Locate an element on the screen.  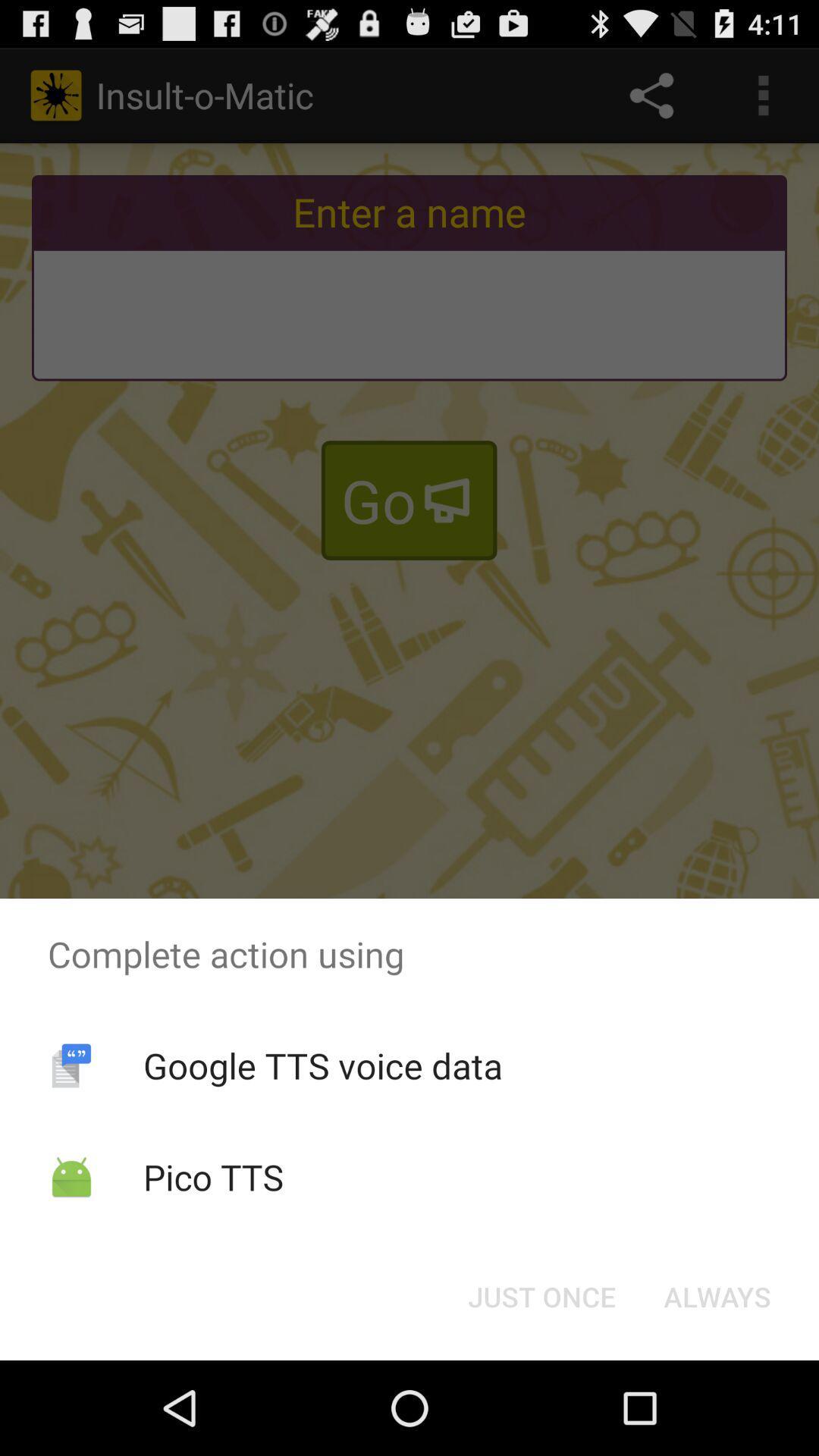
google tts voice is located at coordinates (322, 1065).